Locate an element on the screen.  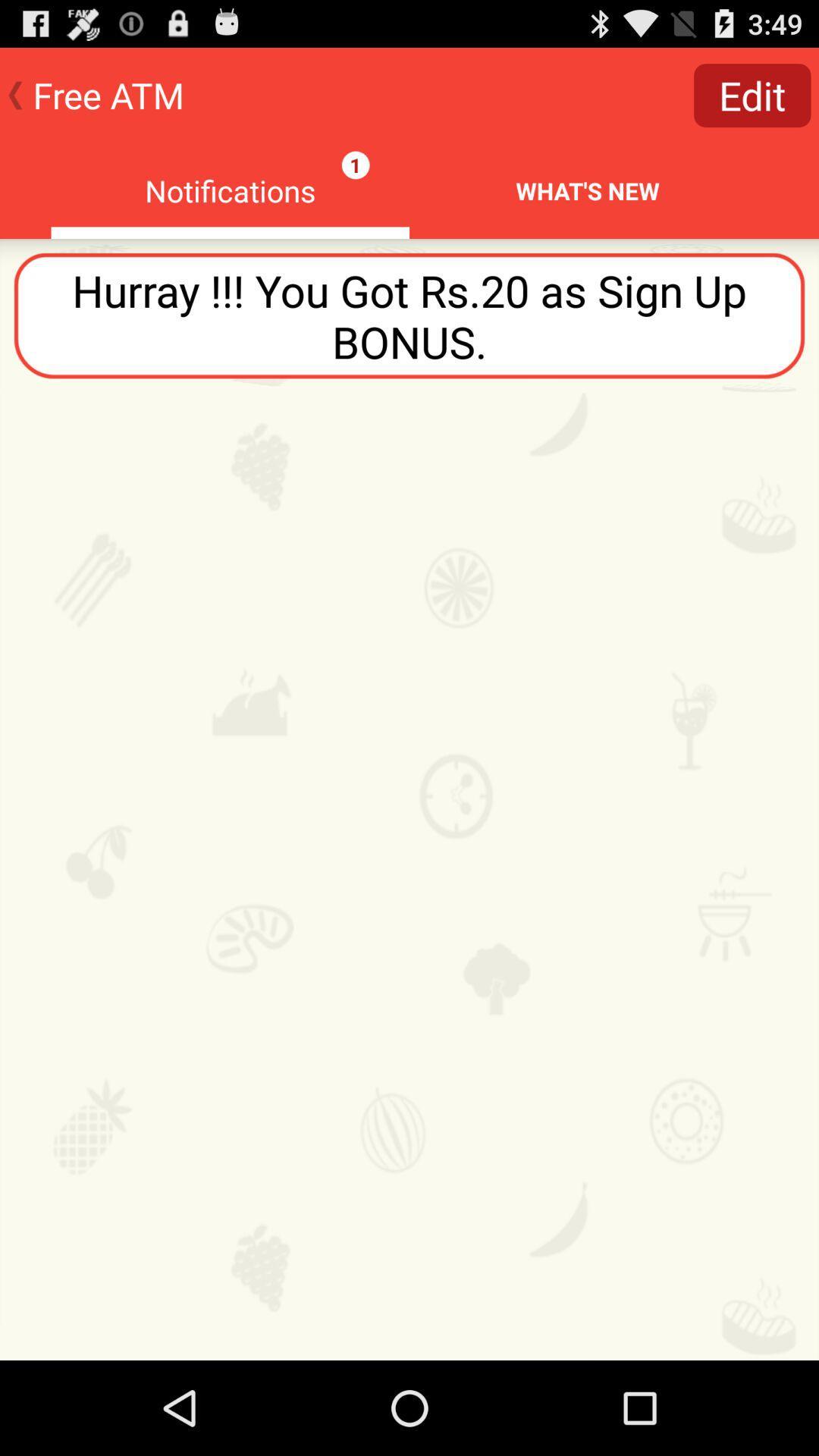
the    edit    button is located at coordinates (752, 94).